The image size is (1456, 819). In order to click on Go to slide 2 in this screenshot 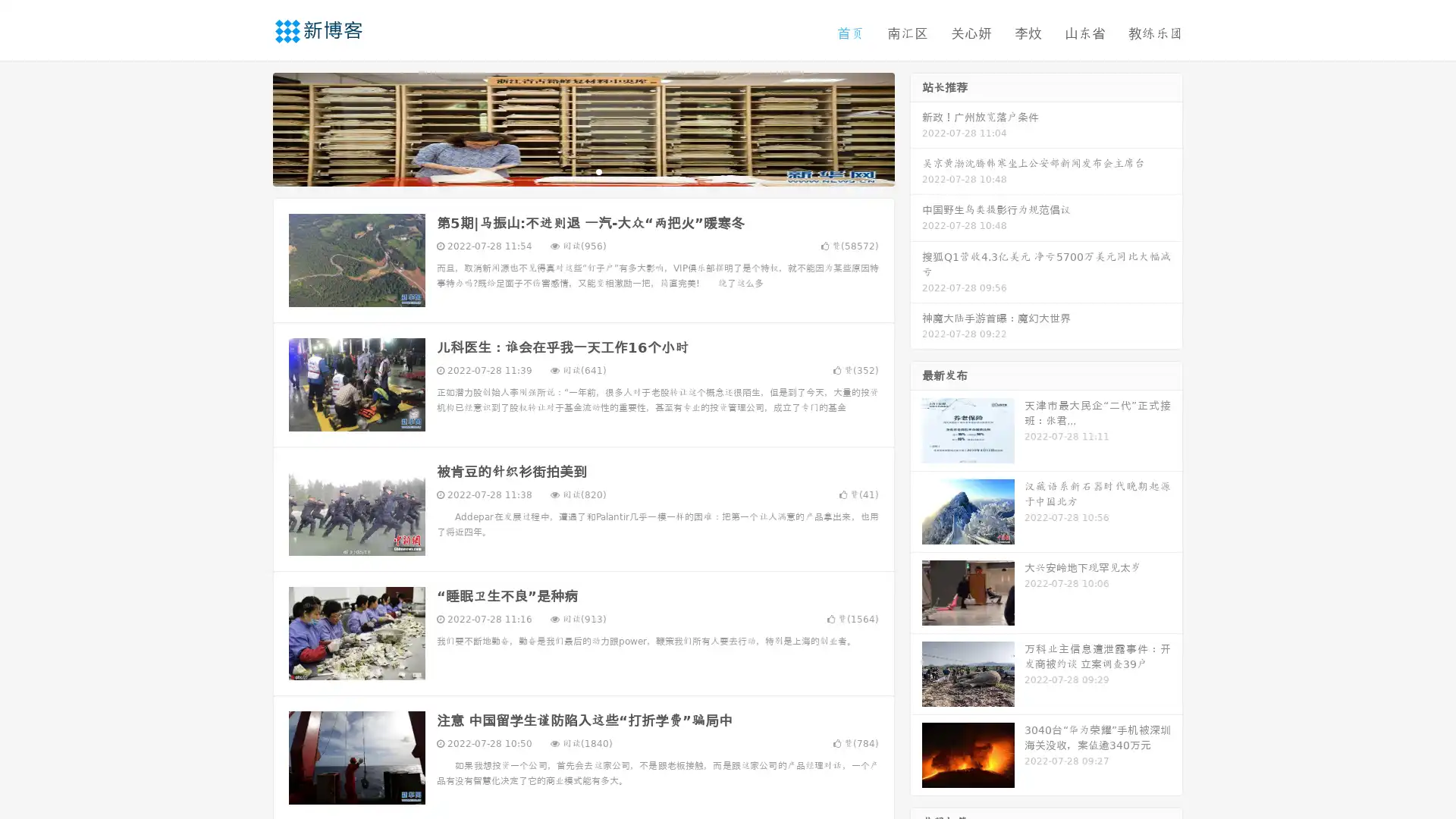, I will do `click(582, 171)`.